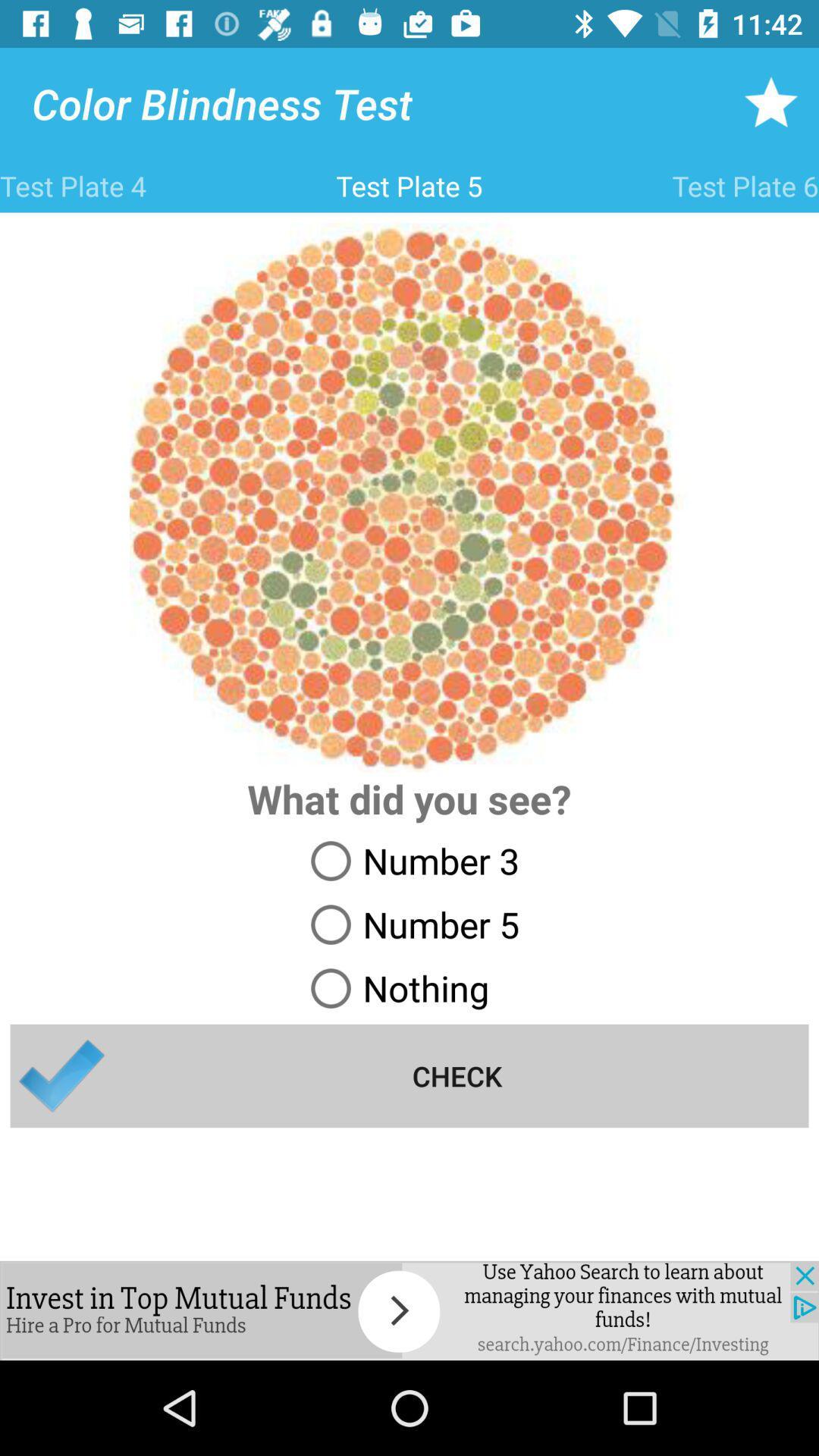 This screenshot has width=819, height=1456. I want to click on colur figure reconer, so click(409, 1310).